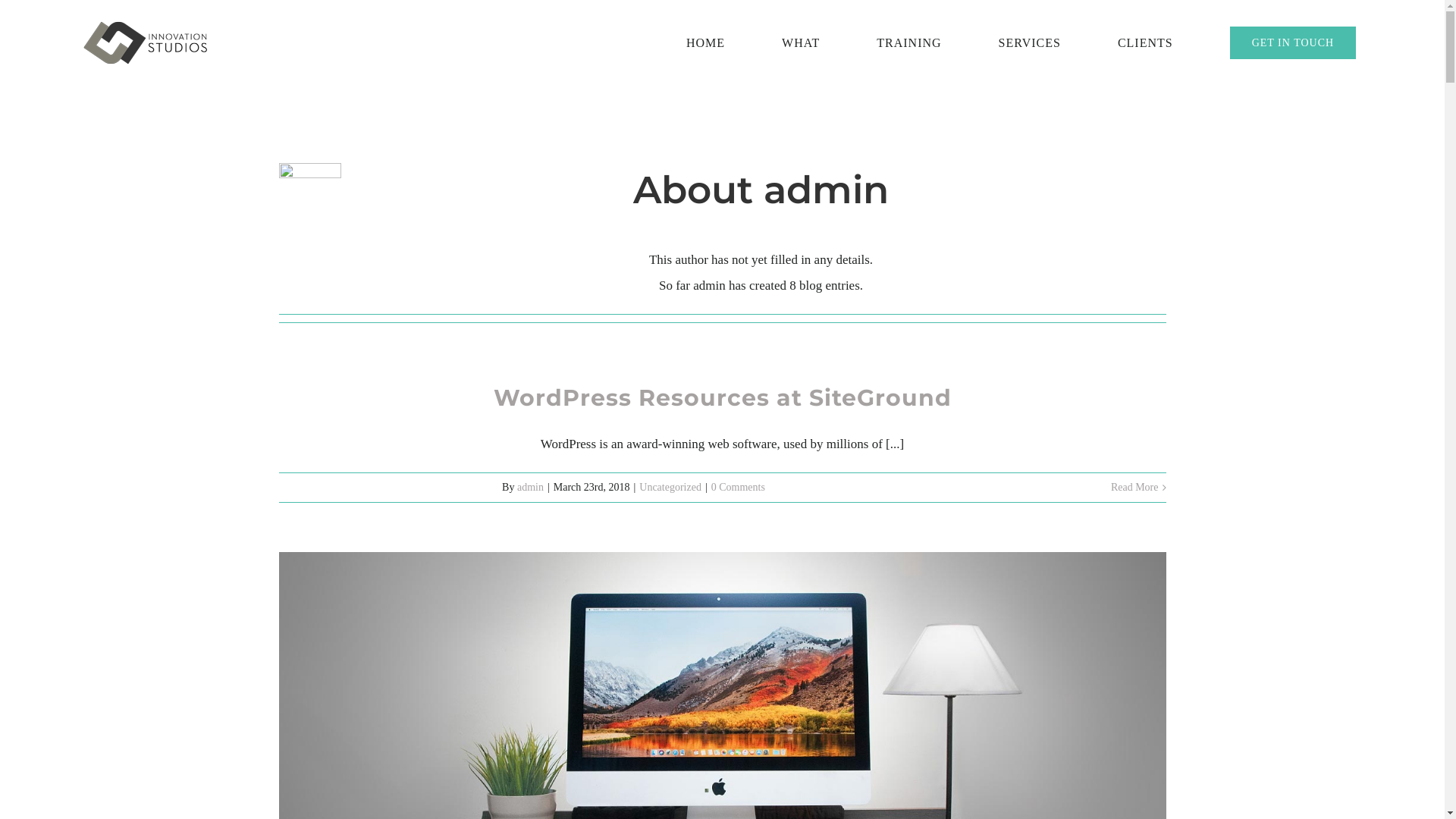  I want to click on 'admin', so click(530, 486).